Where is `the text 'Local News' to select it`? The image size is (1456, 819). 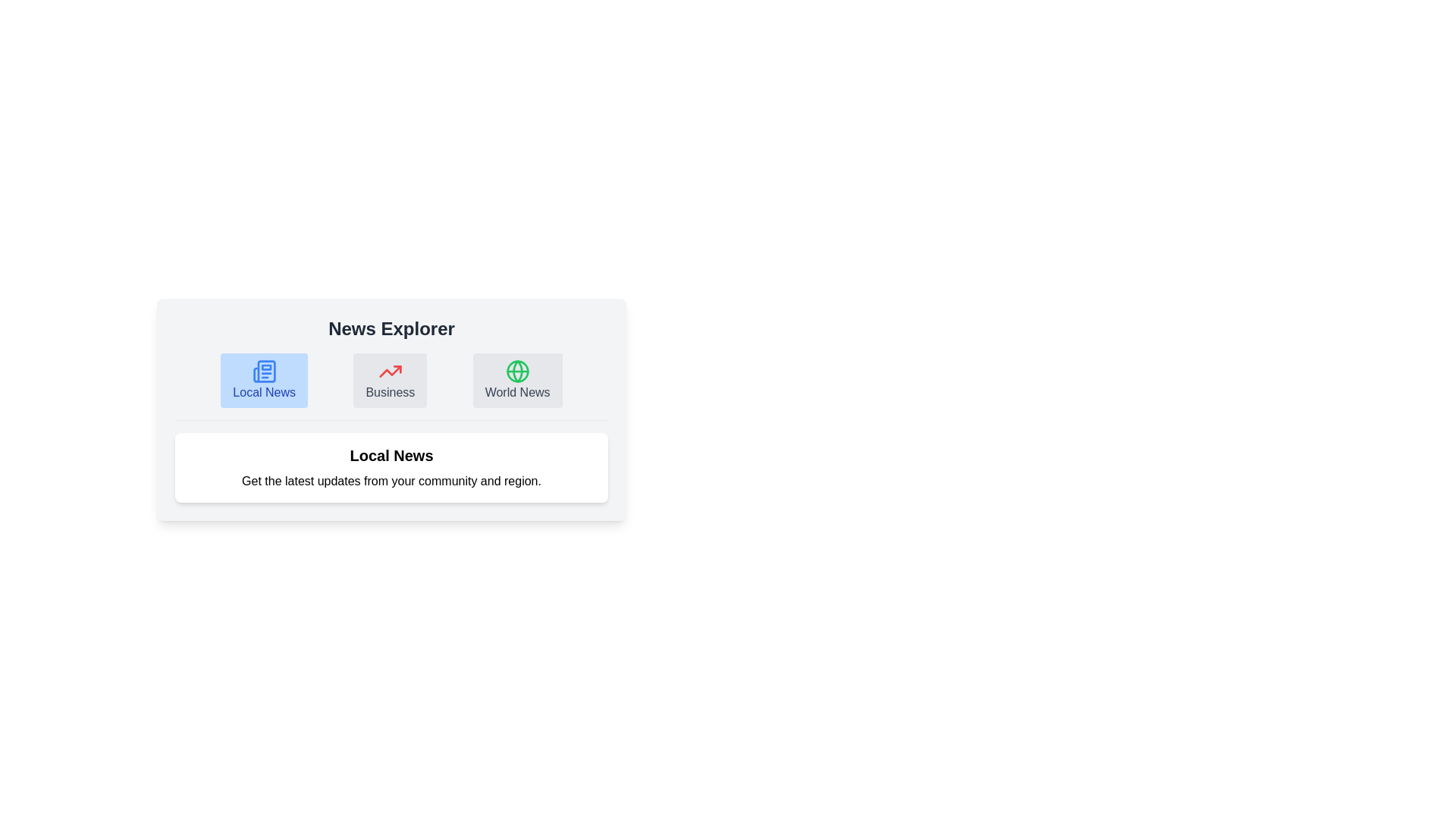
the text 'Local News' to select it is located at coordinates (264, 379).